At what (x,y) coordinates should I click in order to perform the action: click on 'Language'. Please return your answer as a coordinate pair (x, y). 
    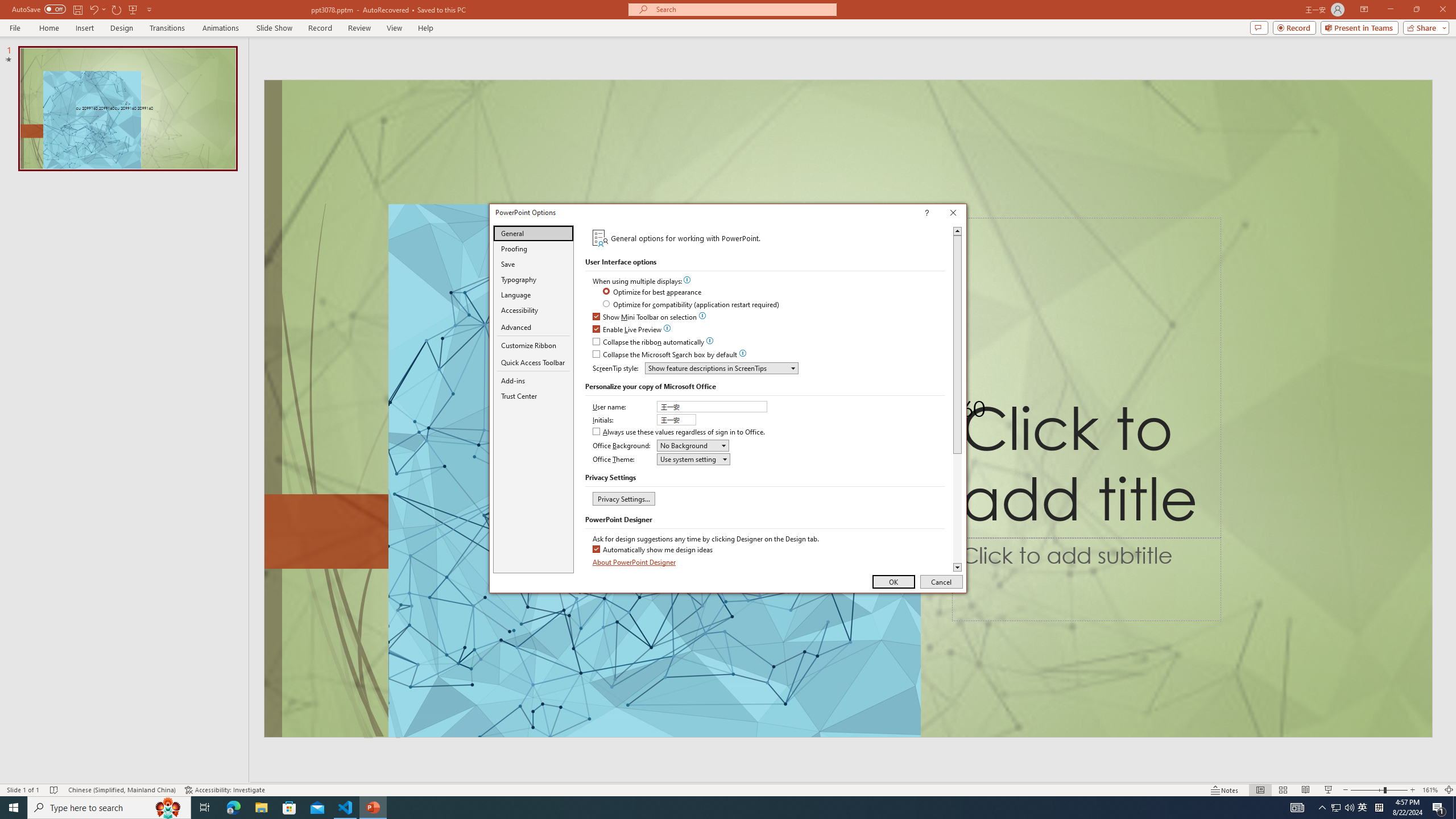
    Looking at the image, I should click on (533, 294).